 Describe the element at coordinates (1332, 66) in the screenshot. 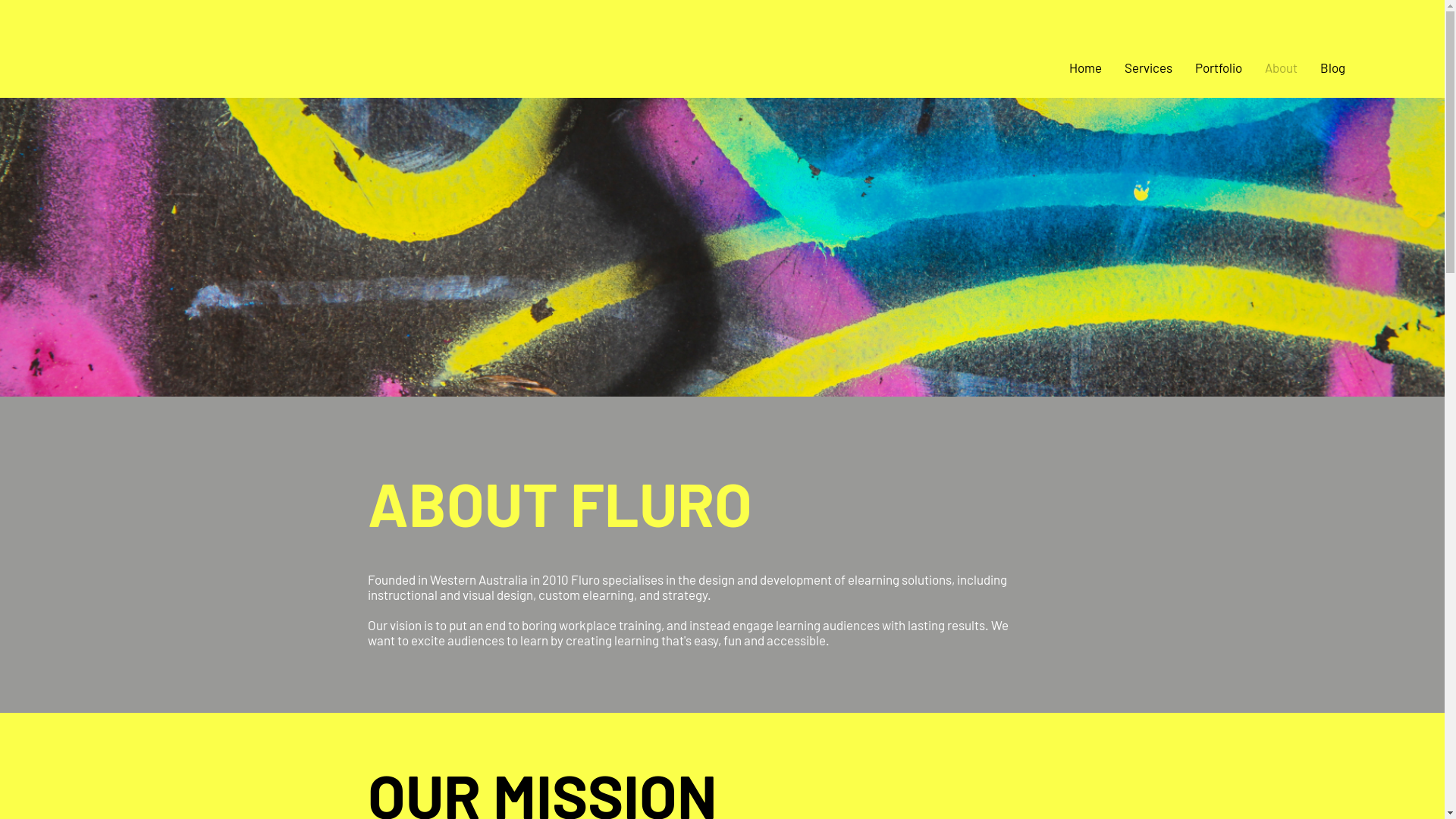

I see `'Blog'` at that location.